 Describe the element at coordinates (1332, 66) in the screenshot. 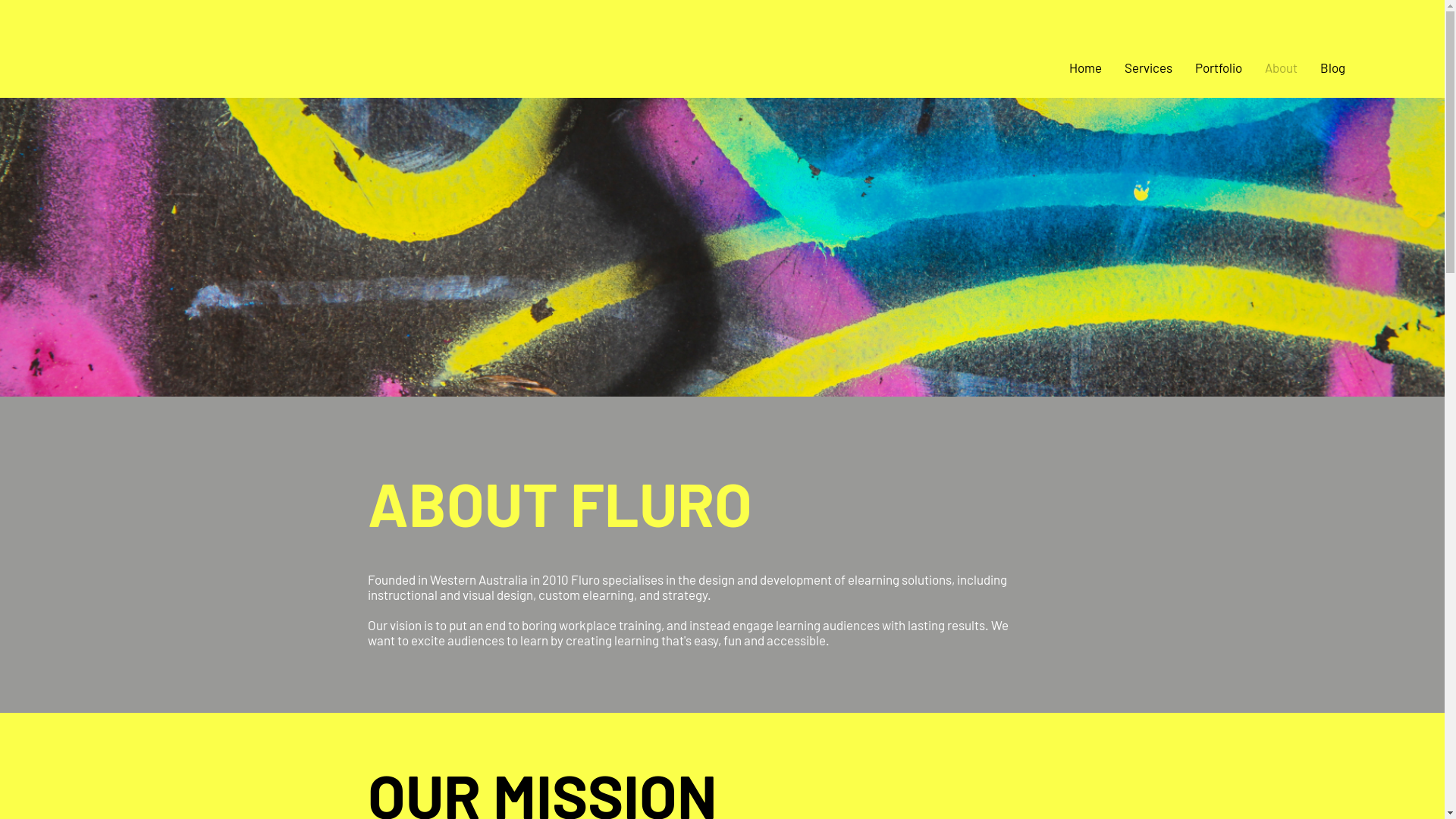

I see `'Blog'` at that location.